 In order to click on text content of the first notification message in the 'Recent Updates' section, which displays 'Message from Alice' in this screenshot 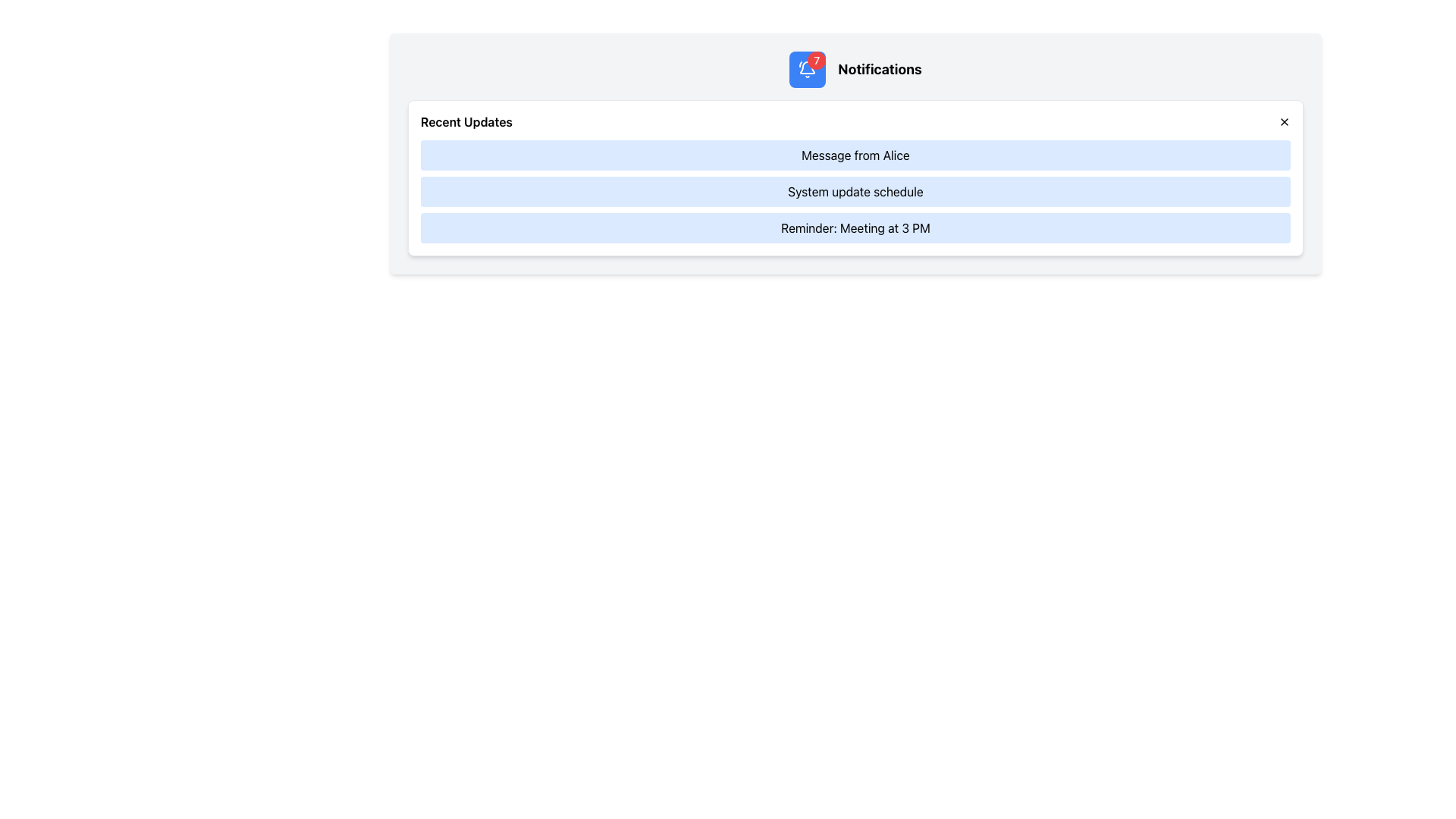, I will do `click(855, 155)`.